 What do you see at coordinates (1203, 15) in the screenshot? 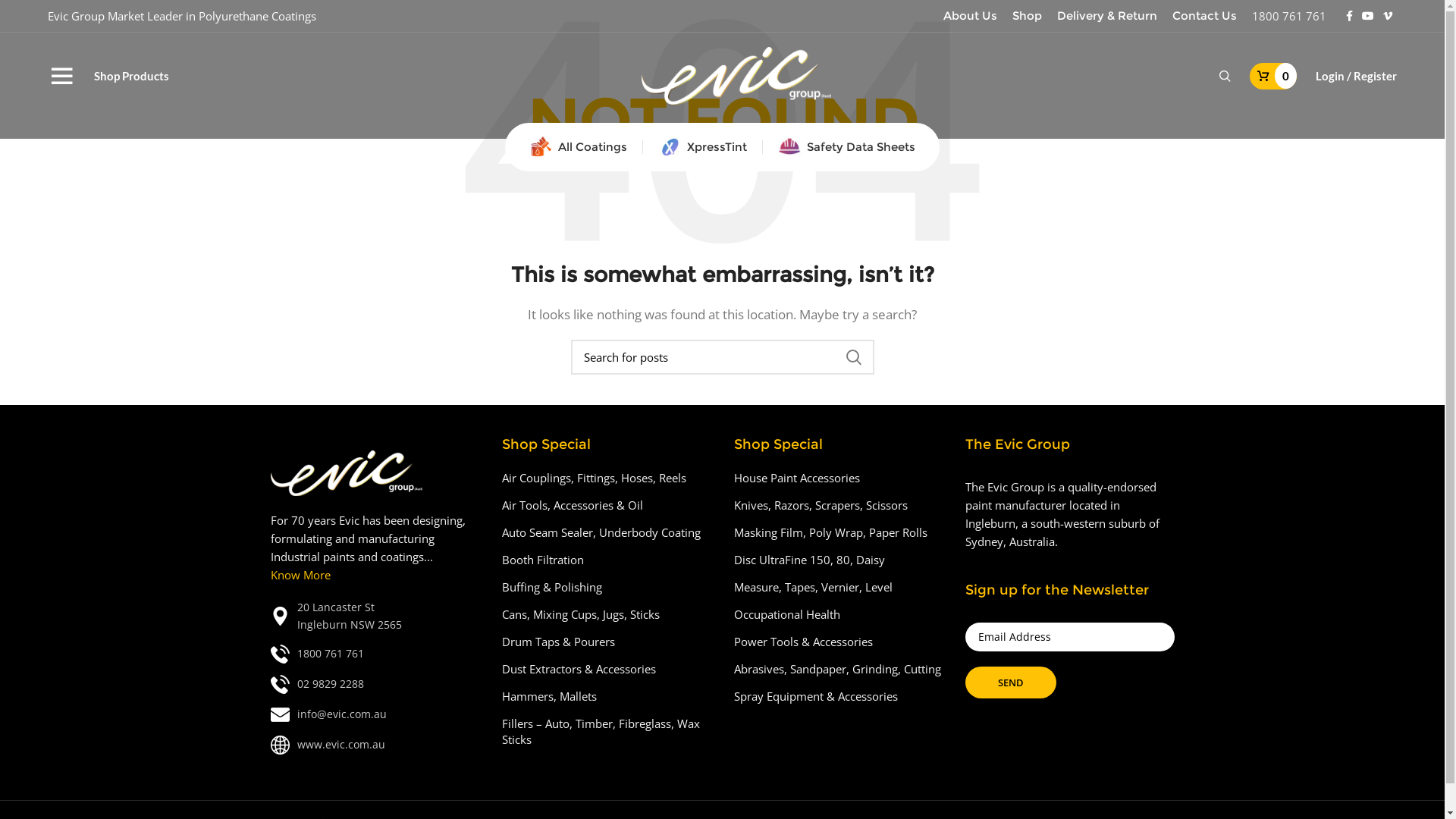
I see `'Contact Us'` at bounding box center [1203, 15].